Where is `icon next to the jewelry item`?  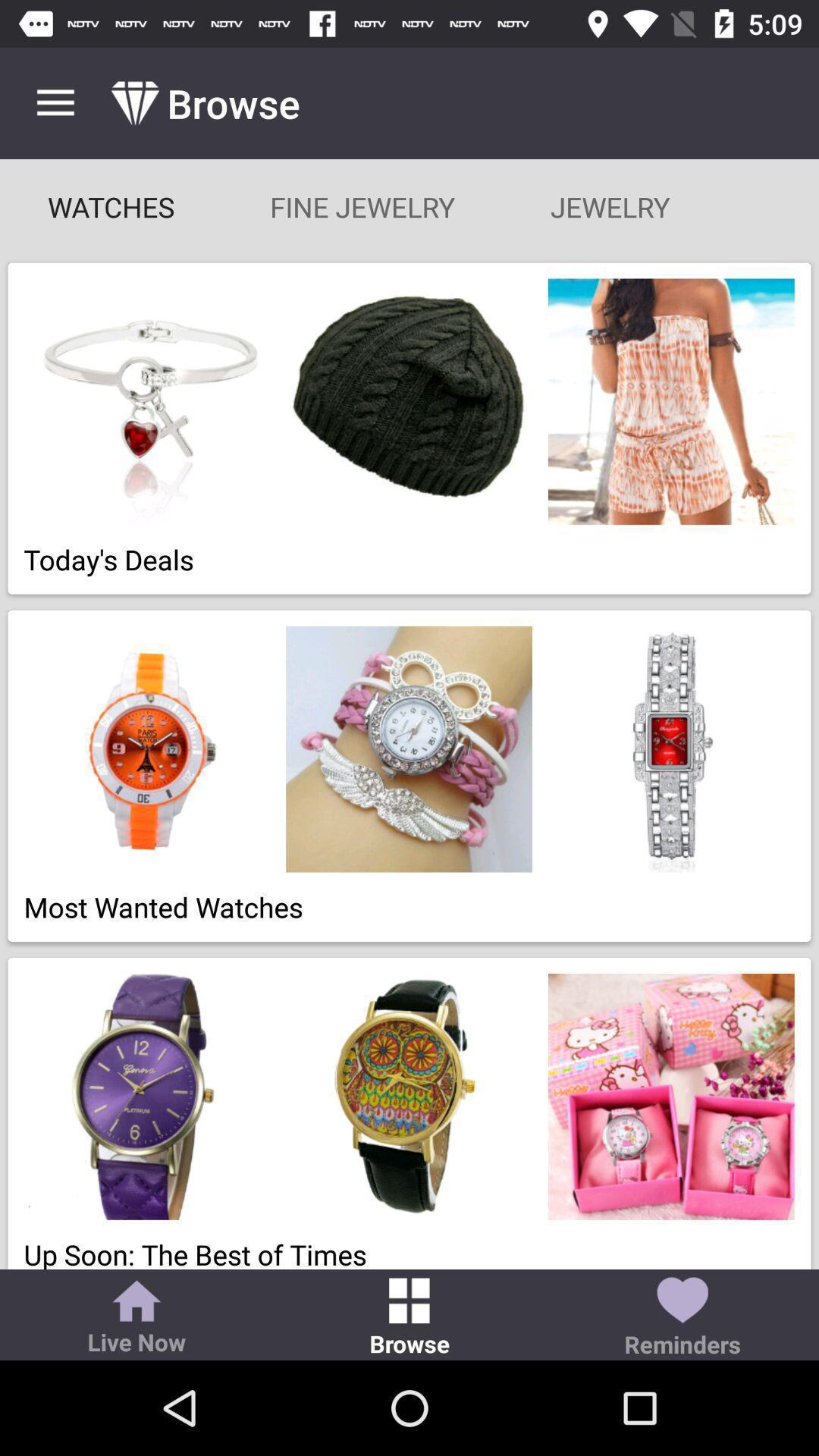
icon next to the jewelry item is located at coordinates (362, 206).